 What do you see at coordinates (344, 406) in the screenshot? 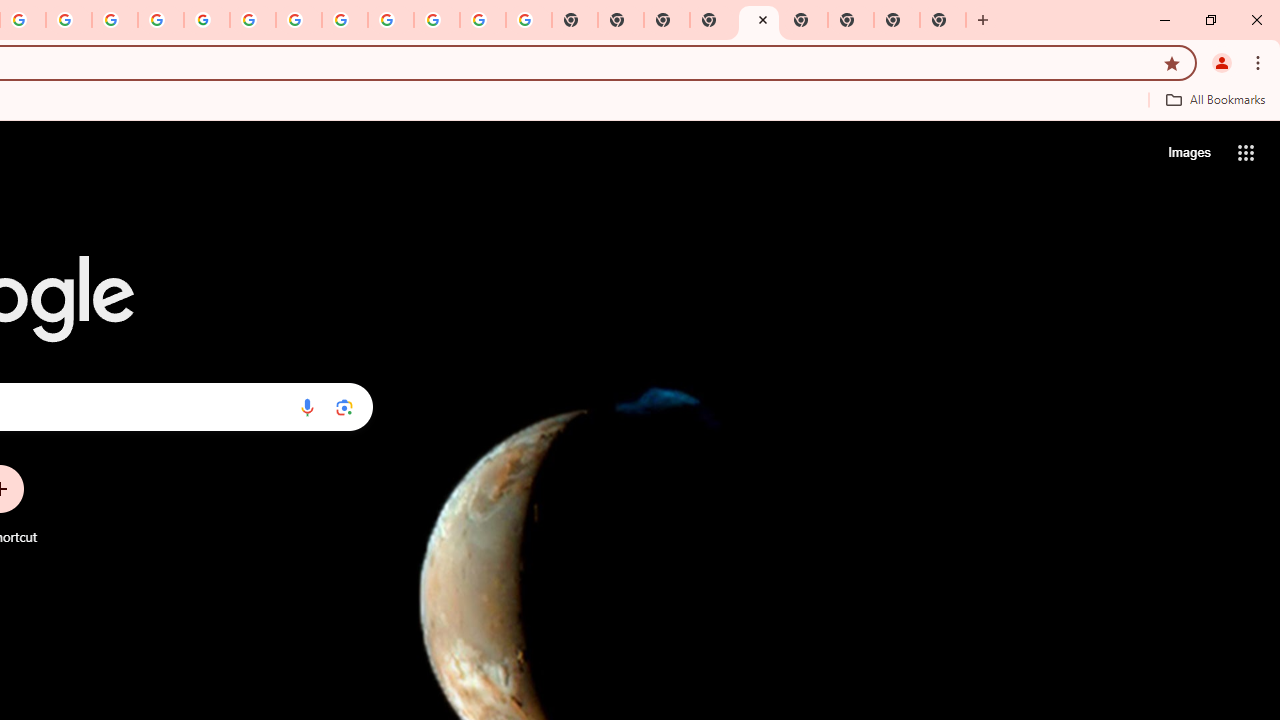
I see `'Search by image'` at bounding box center [344, 406].